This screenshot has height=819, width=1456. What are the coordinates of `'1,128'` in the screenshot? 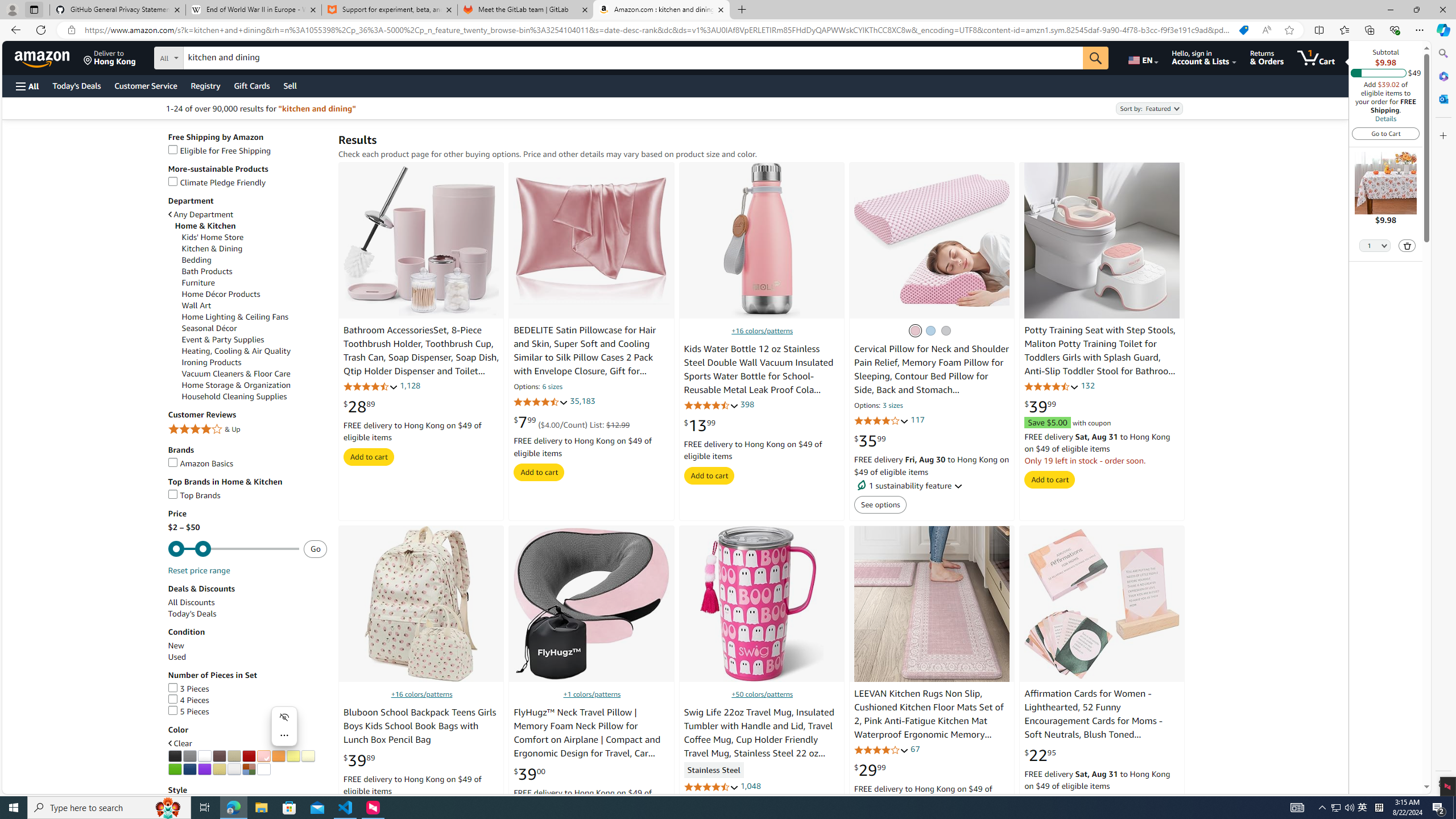 It's located at (410, 385).